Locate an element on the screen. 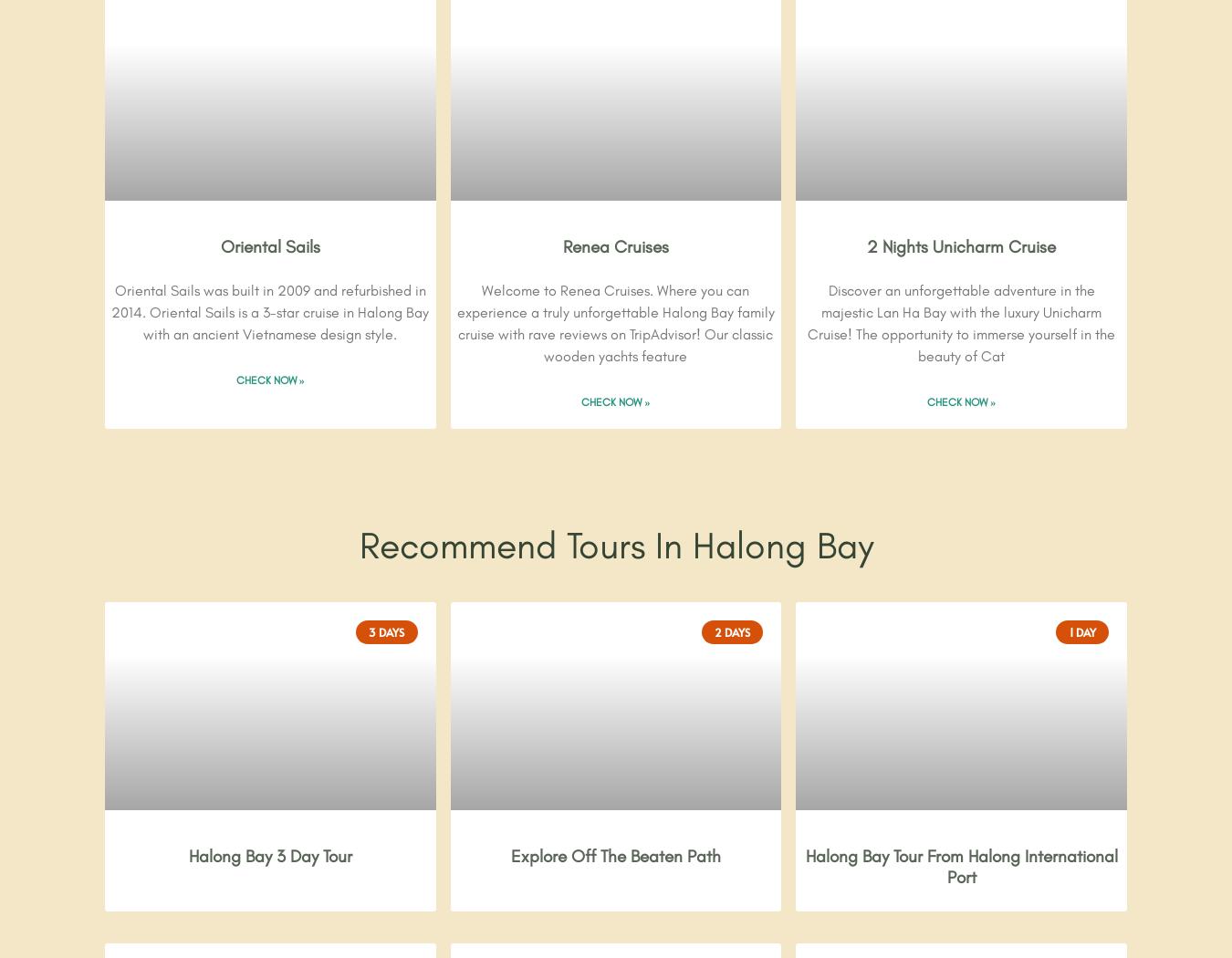  'Welcome to Renea Cruises. Where you can experience a truly unforgettable Halong Bay family cruise with rave reviews on TripAdvisor! Our classic wooden yachts feature' is located at coordinates (615, 323).